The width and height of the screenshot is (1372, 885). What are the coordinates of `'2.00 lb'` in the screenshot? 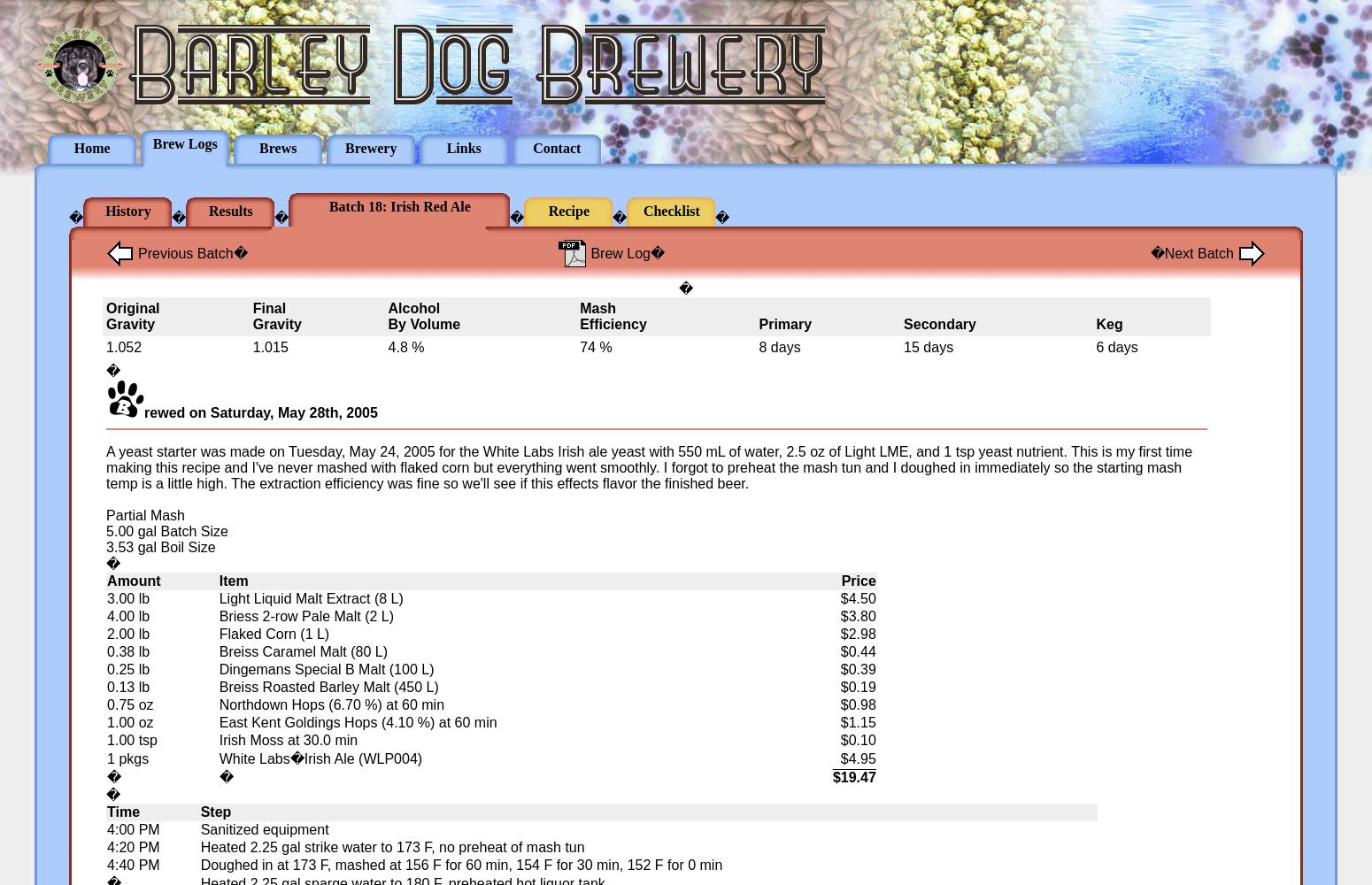 It's located at (127, 633).